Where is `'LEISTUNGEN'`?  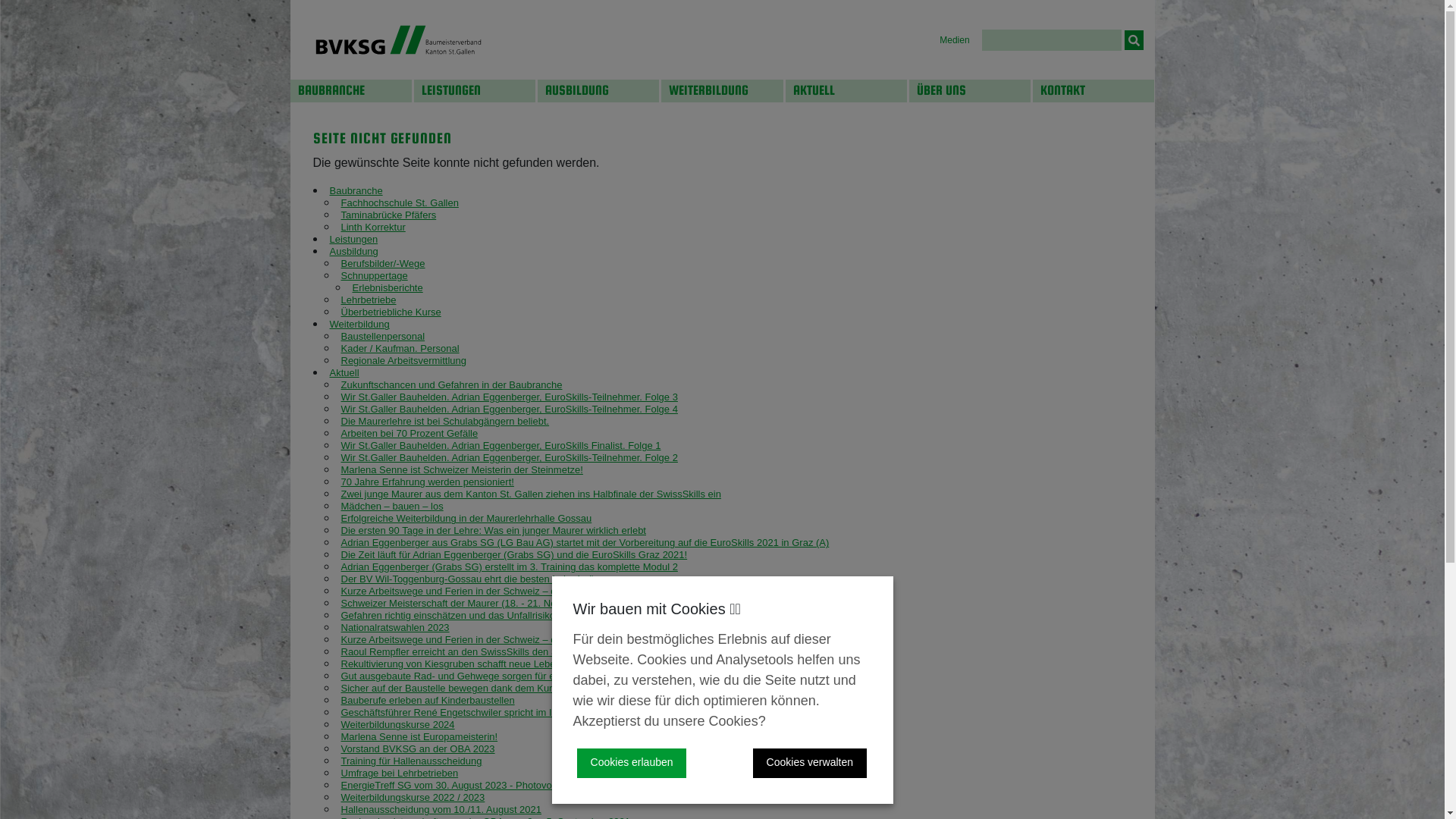
'LEISTUNGEN' is located at coordinates (473, 90).